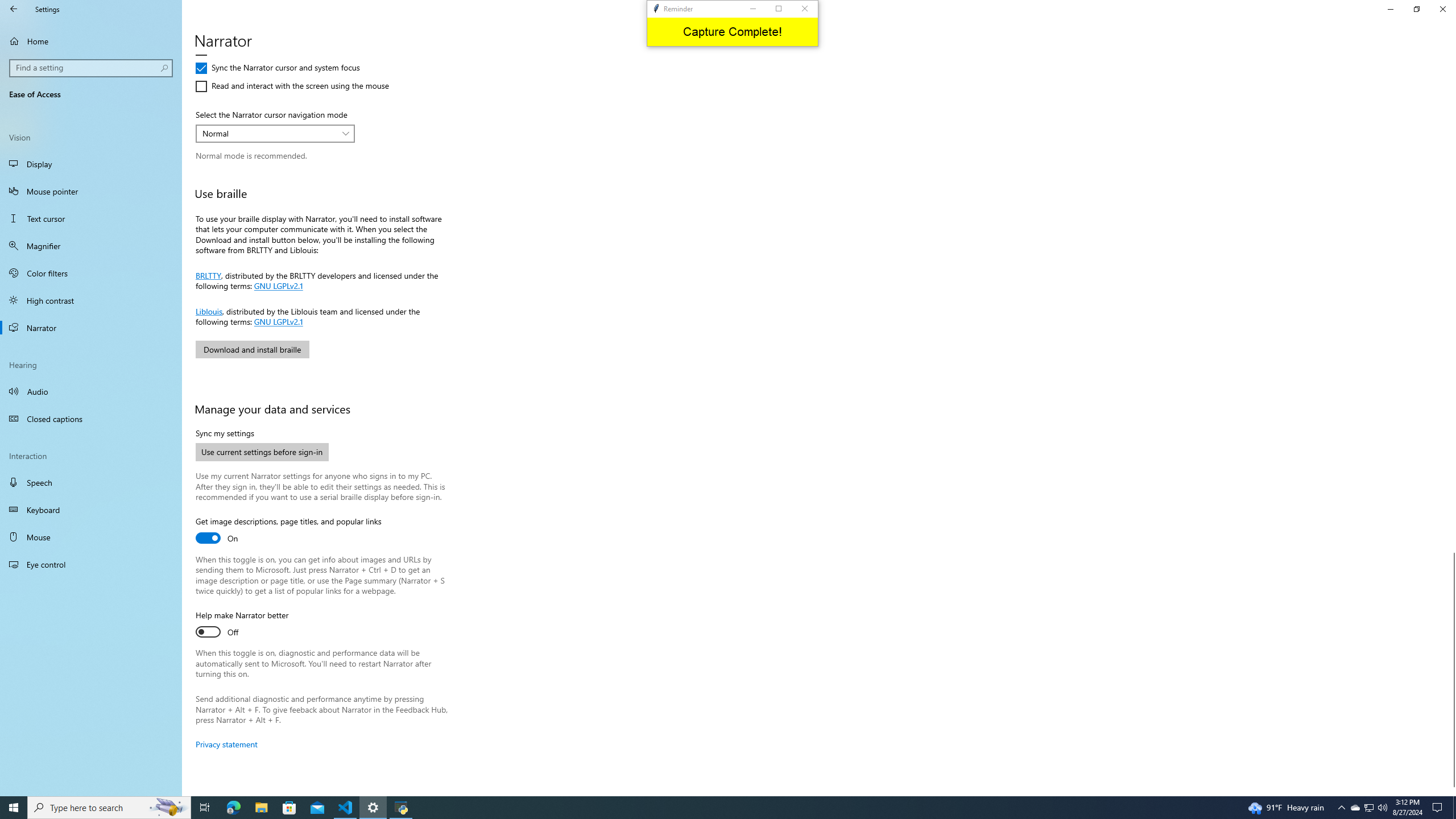 This screenshot has width=1456, height=819. What do you see at coordinates (90, 191) in the screenshot?
I see `'Mouse pointer'` at bounding box center [90, 191].